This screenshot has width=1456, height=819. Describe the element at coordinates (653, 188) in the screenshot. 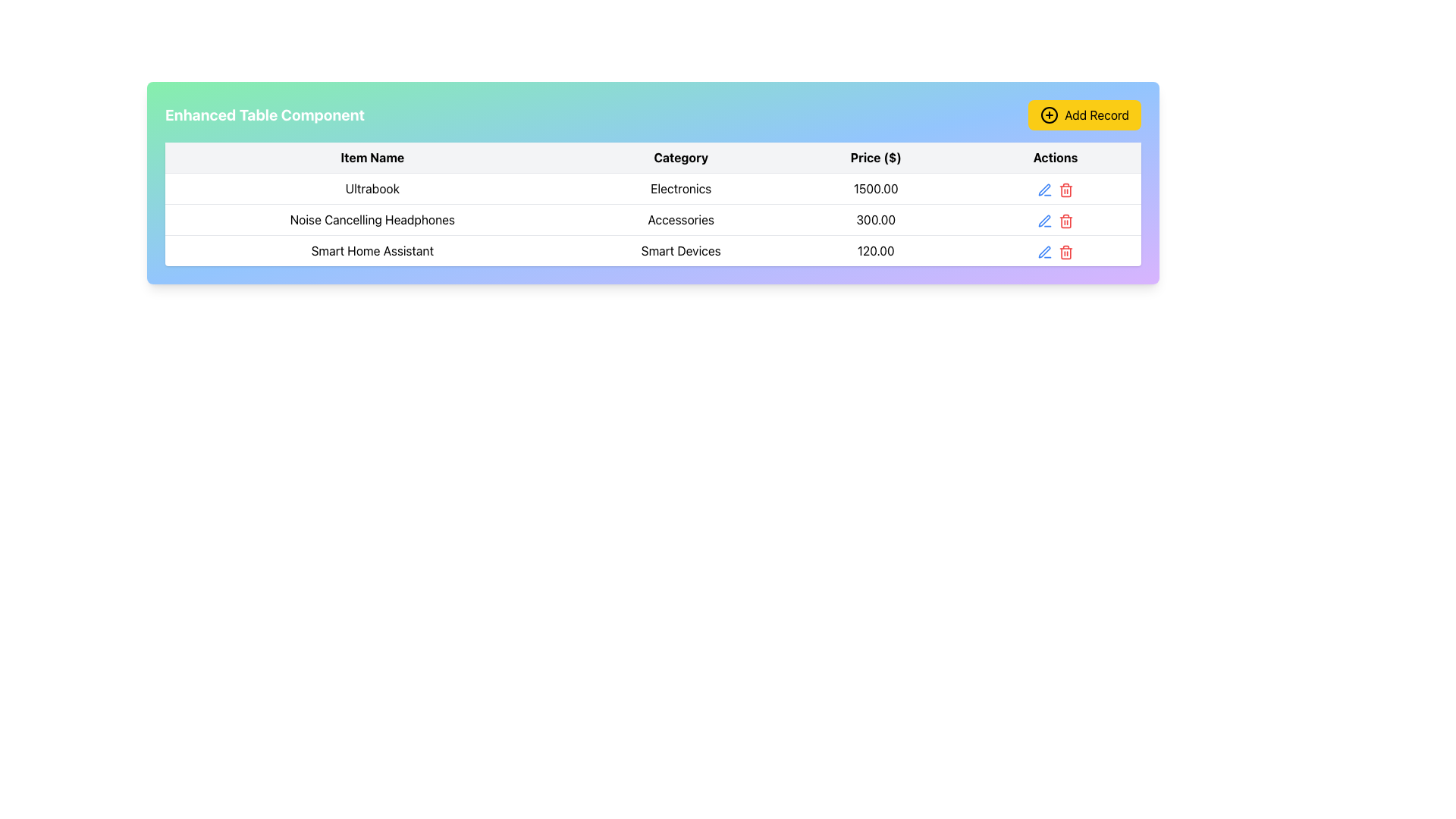

I see `the text 'Electronics' displayed in a plain black font, located under the 'Category' column for the 'Ultrabook' item in the table` at that location.